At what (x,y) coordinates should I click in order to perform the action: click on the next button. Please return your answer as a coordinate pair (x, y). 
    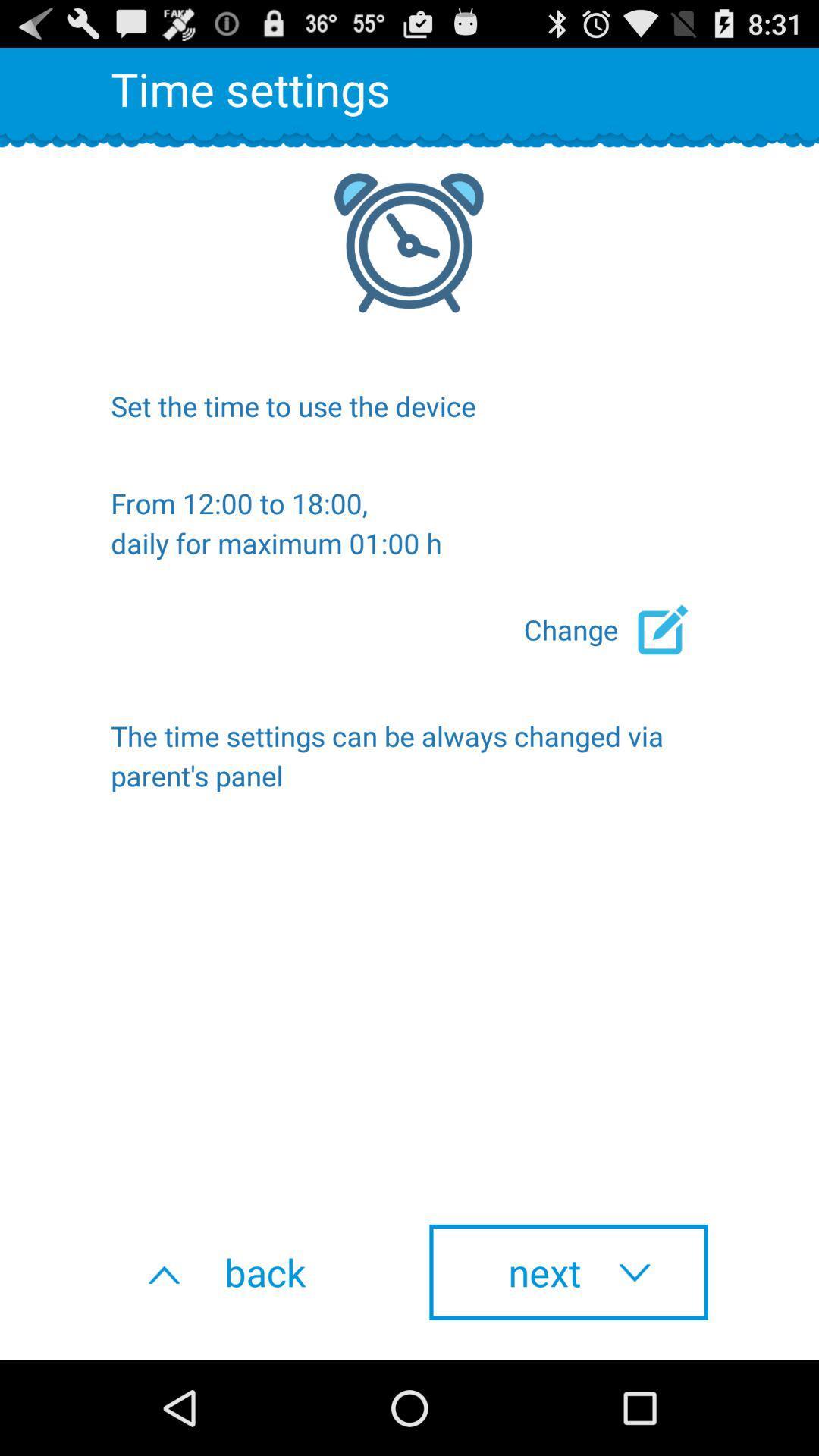
    Looking at the image, I should click on (568, 1272).